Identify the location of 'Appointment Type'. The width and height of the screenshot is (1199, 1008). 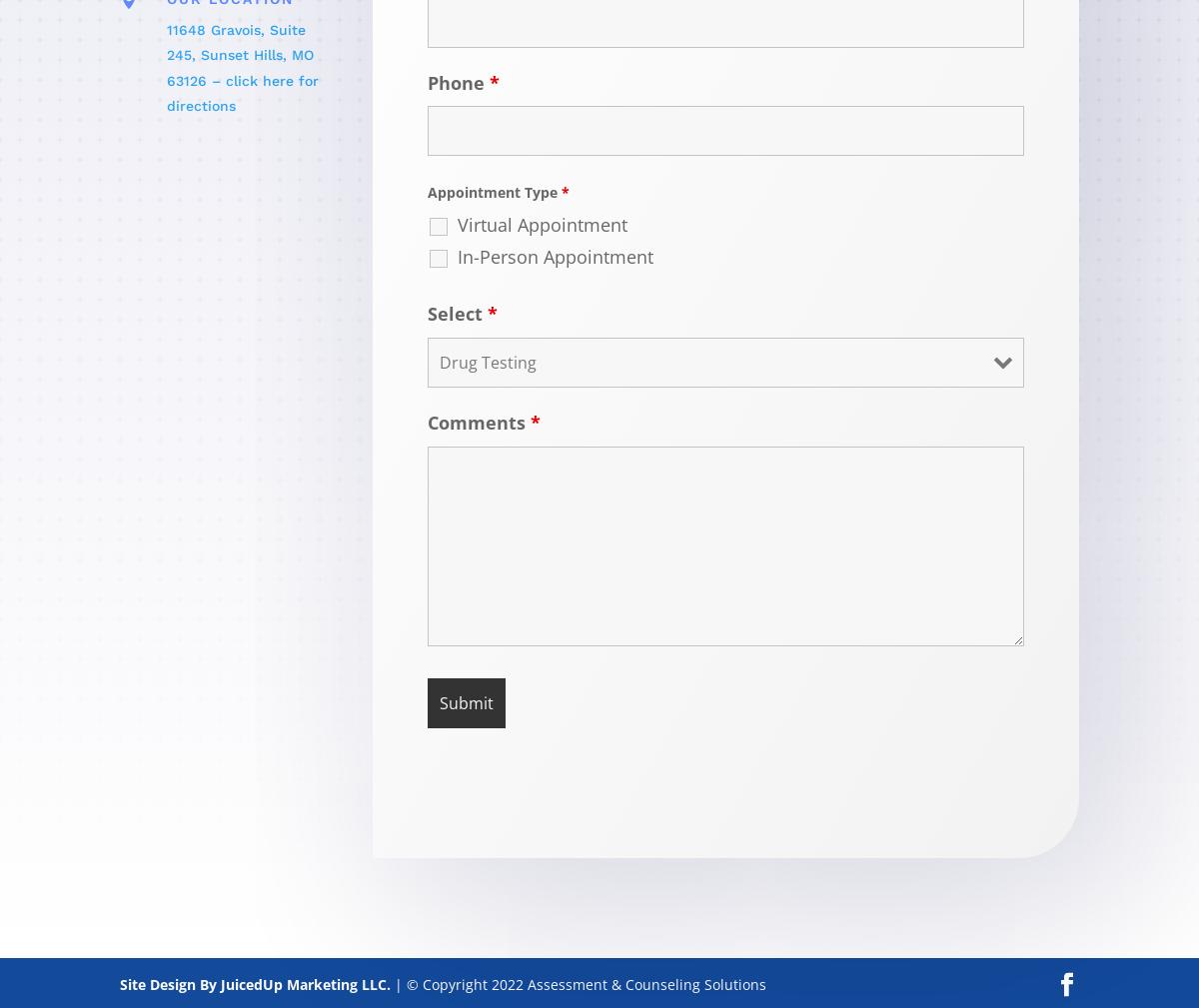
(494, 191).